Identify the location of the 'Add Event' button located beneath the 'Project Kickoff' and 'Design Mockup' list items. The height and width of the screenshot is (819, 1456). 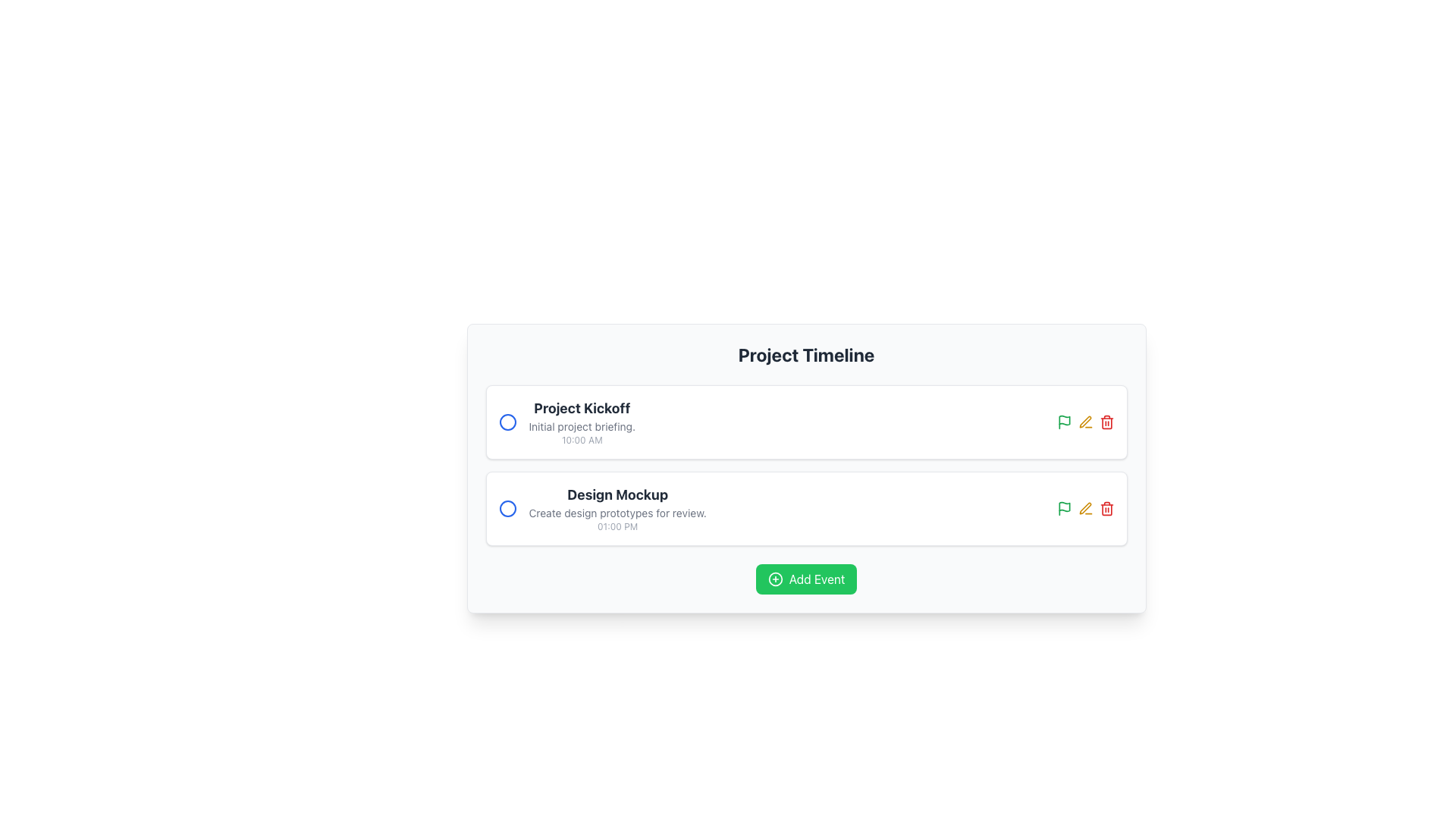
(805, 579).